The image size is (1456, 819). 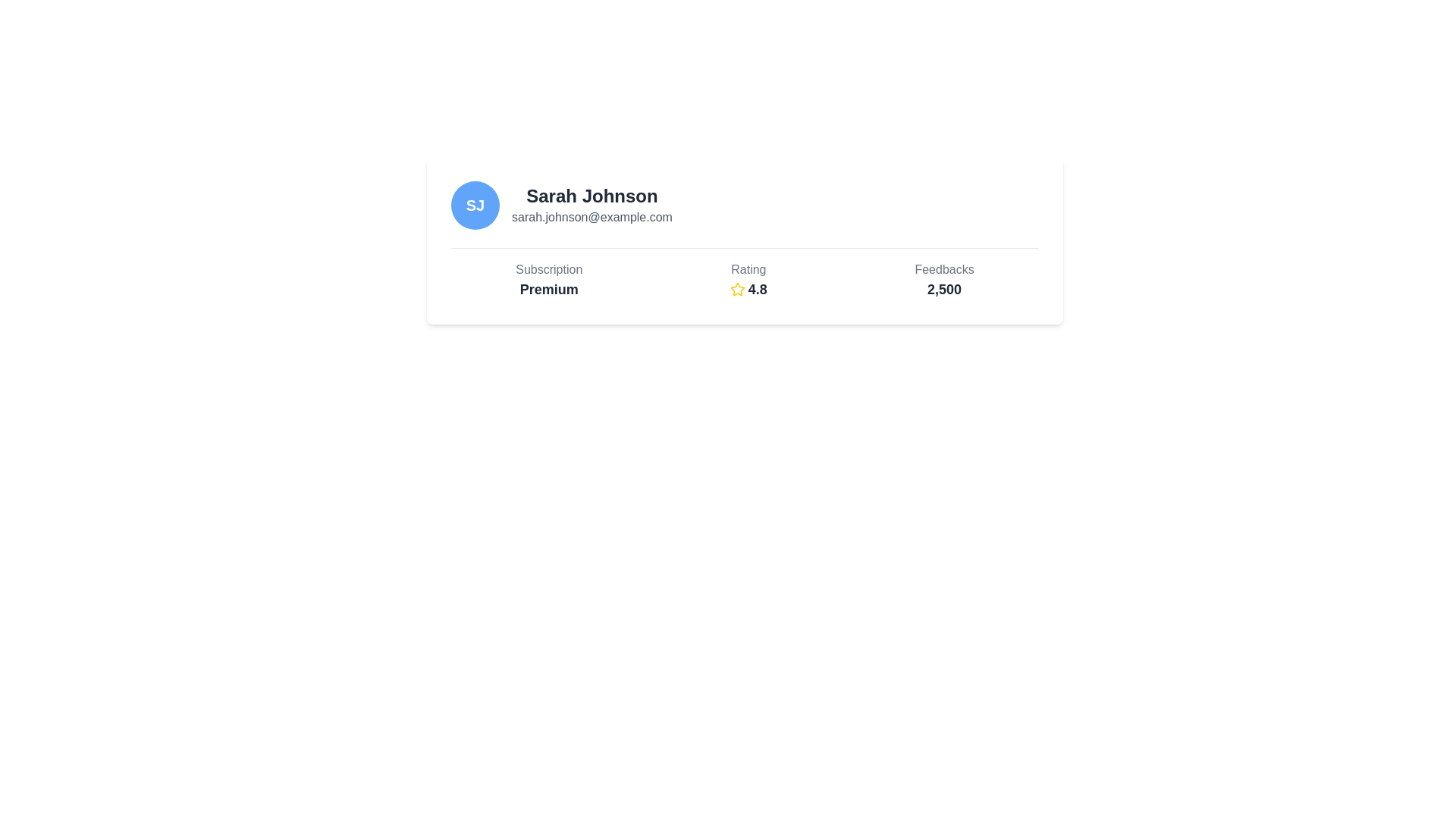 What do you see at coordinates (748, 289) in the screenshot?
I see `the Rating display, which consists of a star-shaped icon and the numerical text '4.8', located at the center column below the label 'Rating'` at bounding box center [748, 289].